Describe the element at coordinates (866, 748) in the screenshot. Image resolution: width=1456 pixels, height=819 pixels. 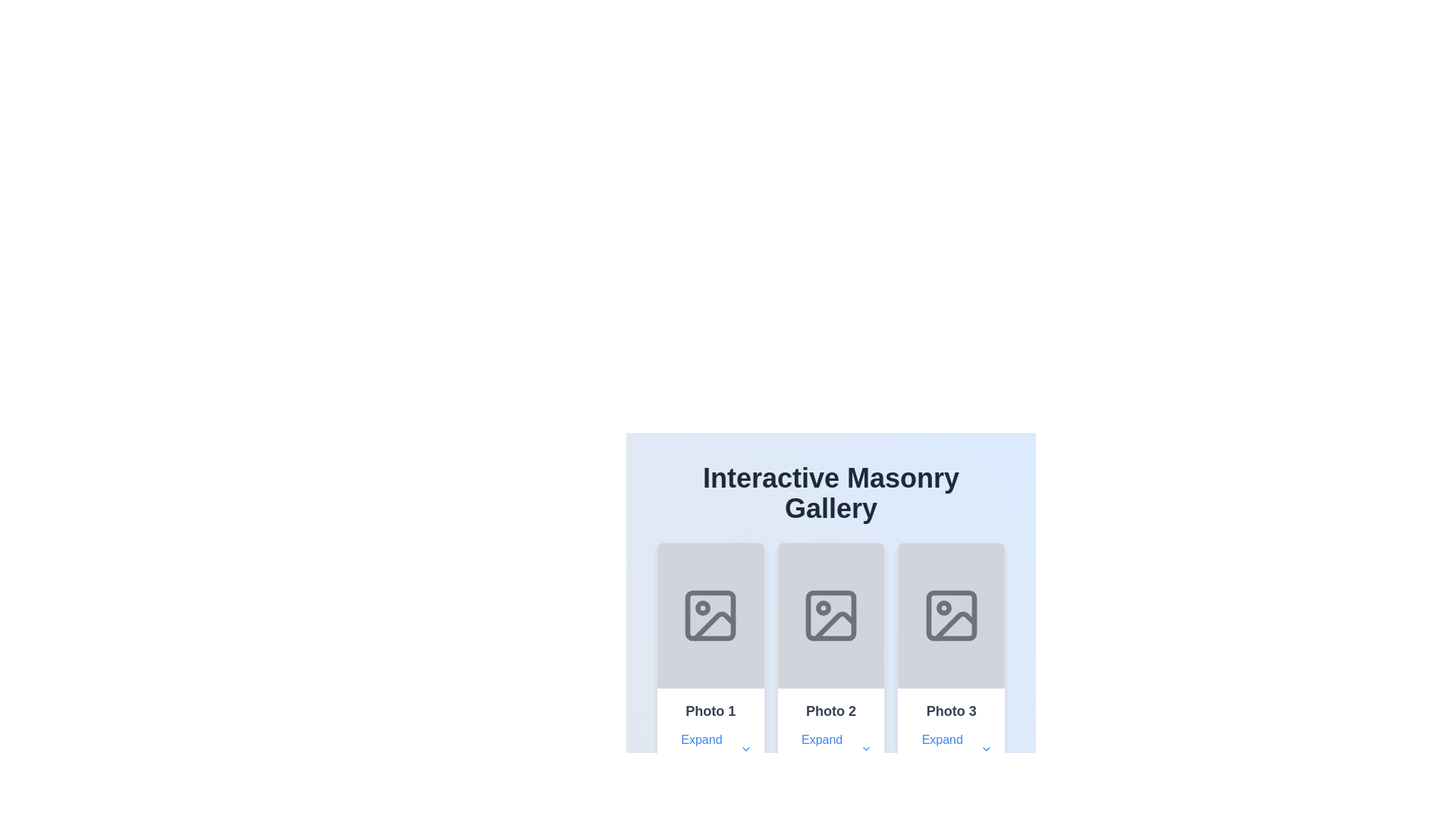
I see `the downward-facing chevron icon that is located immediately to the right of the 'Expand Details' text in the second photo's section` at that location.